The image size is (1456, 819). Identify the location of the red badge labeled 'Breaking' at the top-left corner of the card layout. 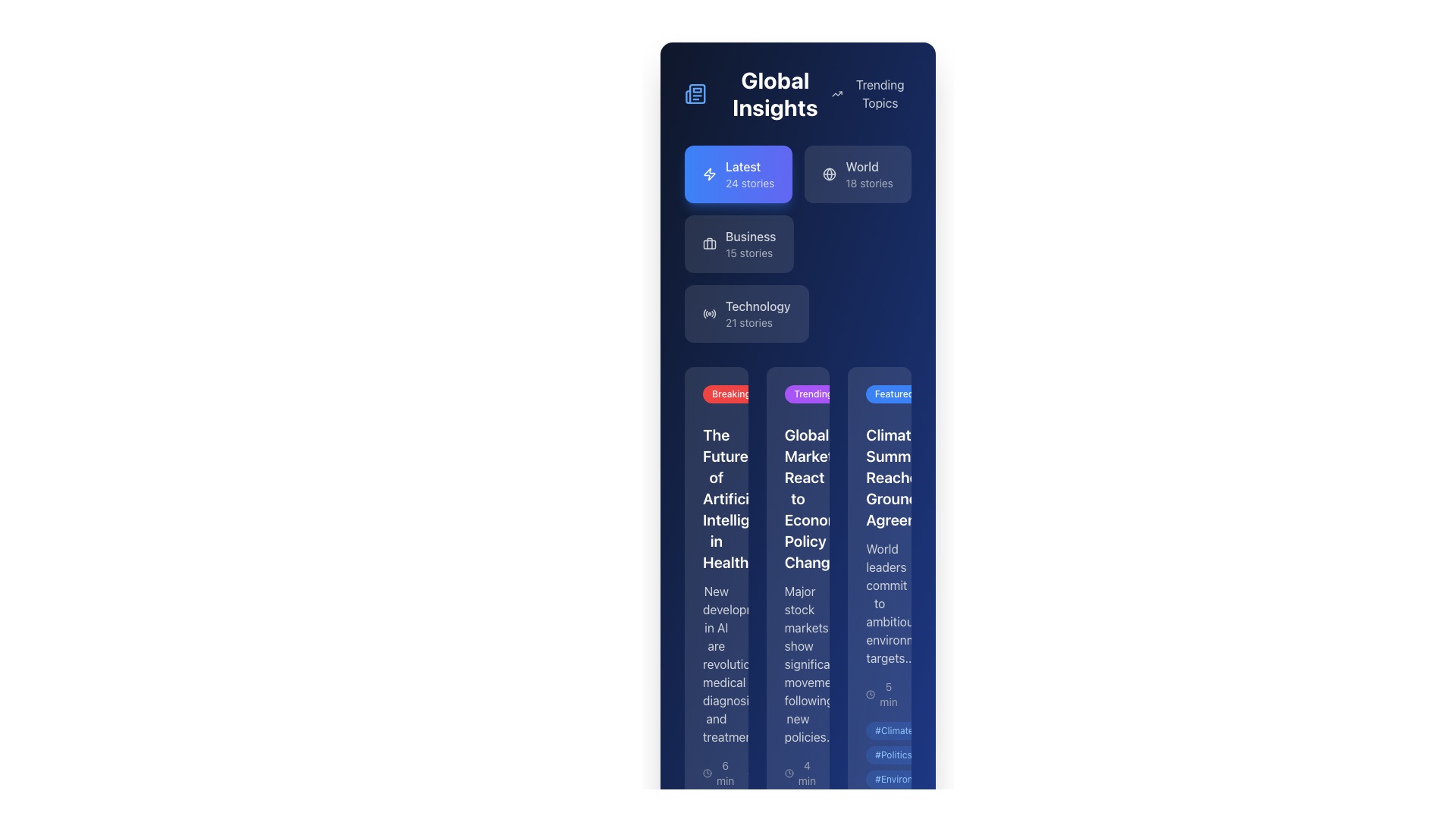
(715, 397).